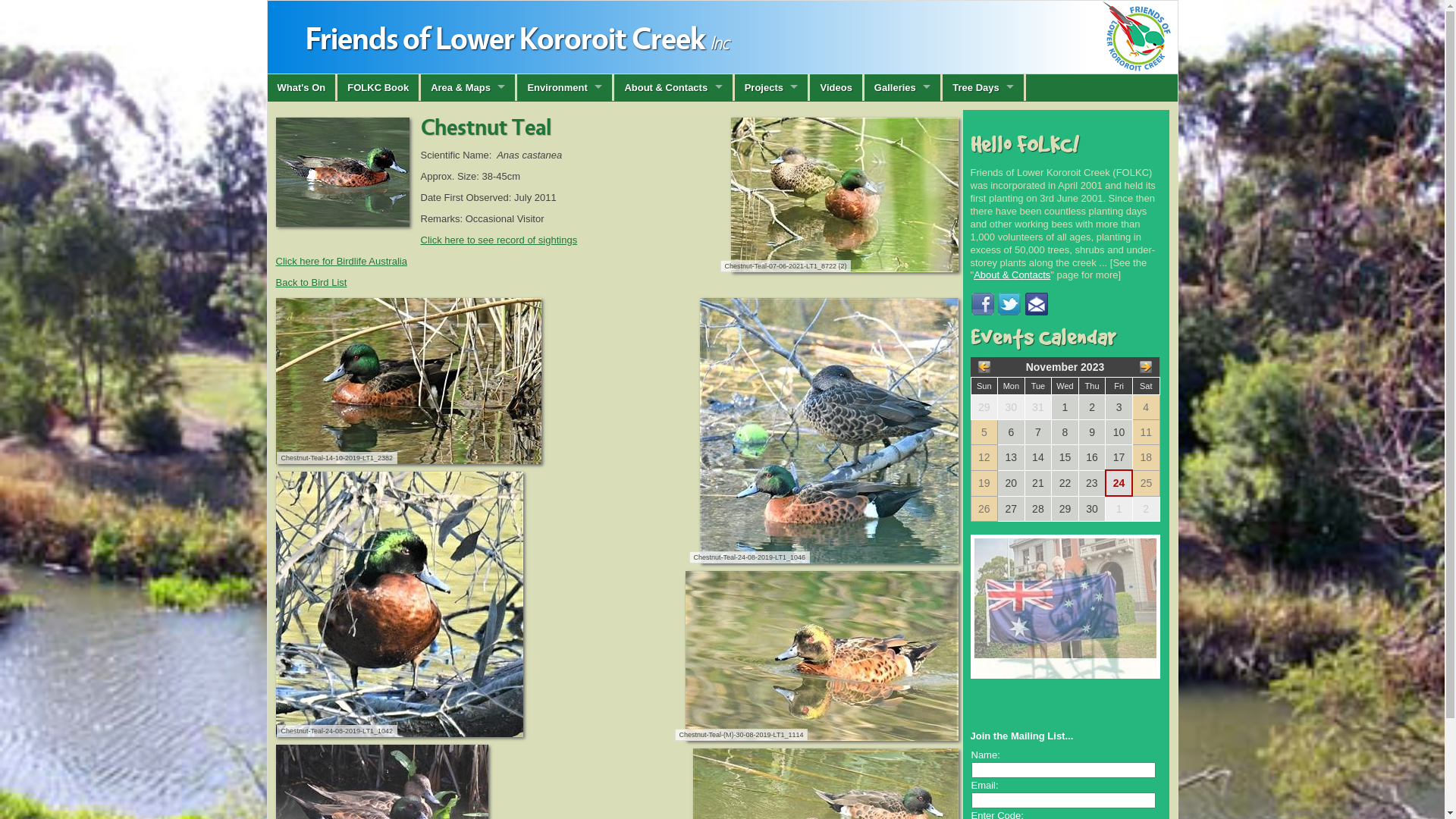 The image size is (1456, 819). What do you see at coordinates (340, 259) in the screenshot?
I see `'Click here for Birdlife Australia'` at bounding box center [340, 259].